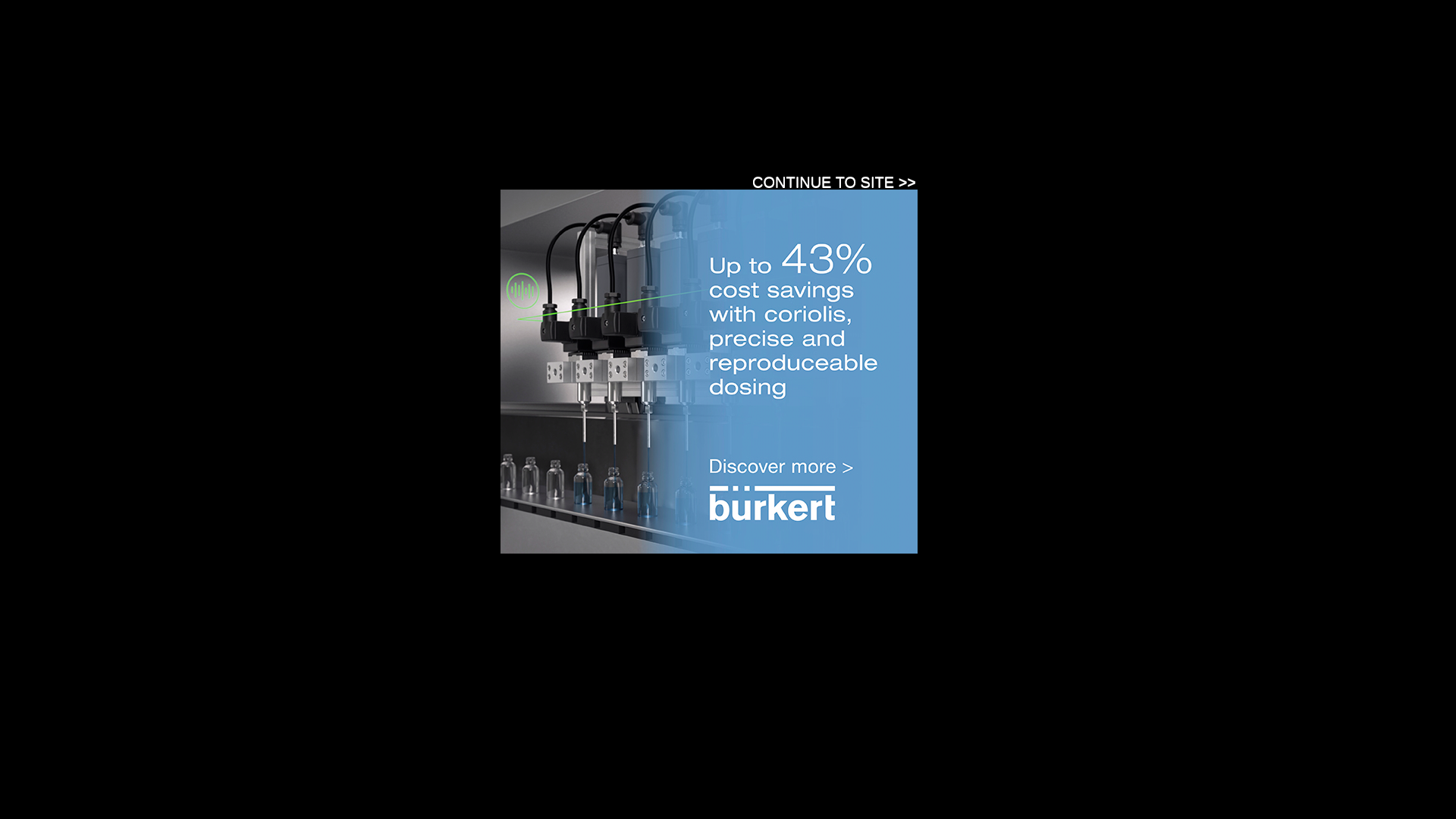 The image size is (1456, 819). I want to click on 'CONTINUE TO SITE >>', so click(833, 180).